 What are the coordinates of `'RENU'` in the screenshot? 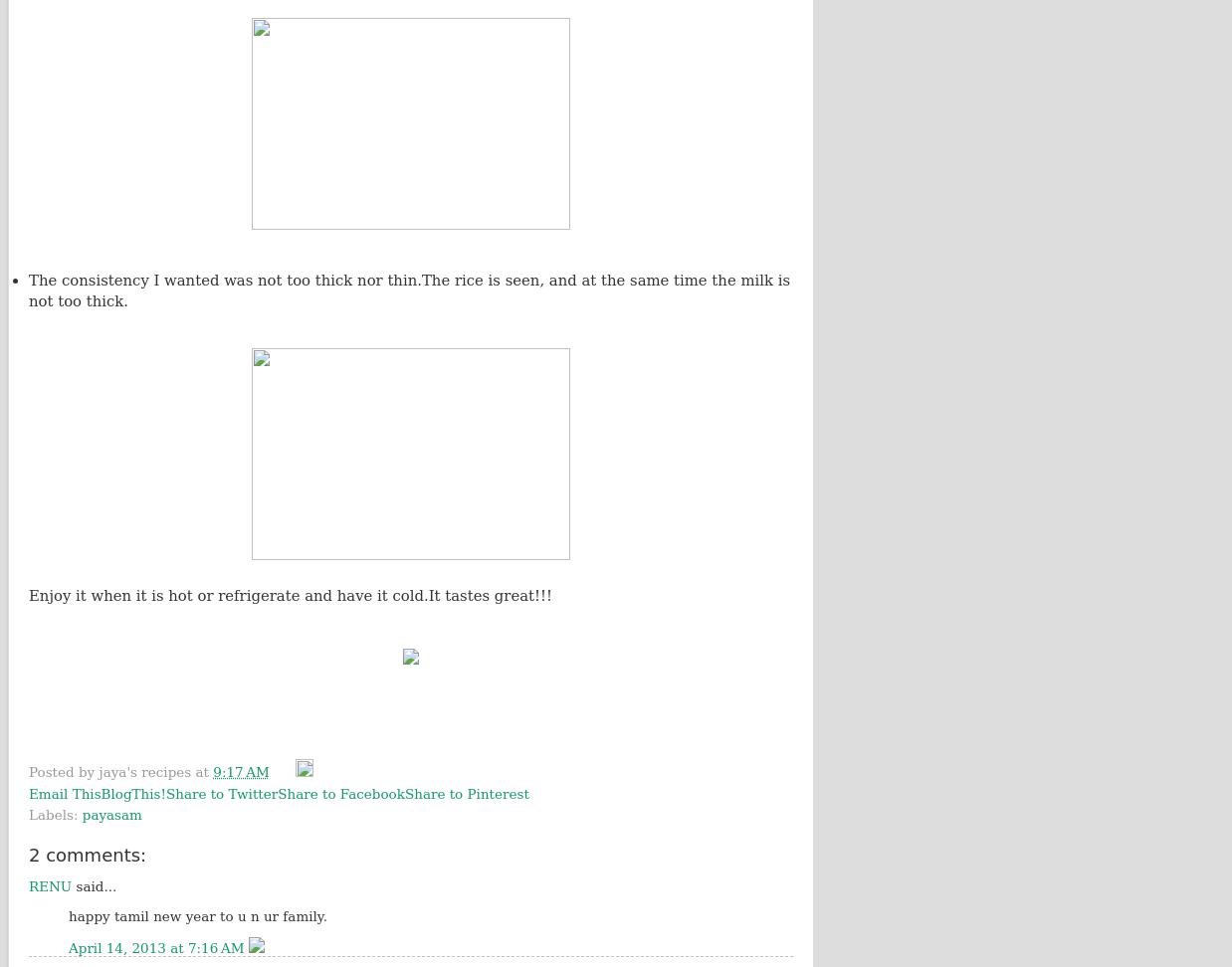 It's located at (49, 886).